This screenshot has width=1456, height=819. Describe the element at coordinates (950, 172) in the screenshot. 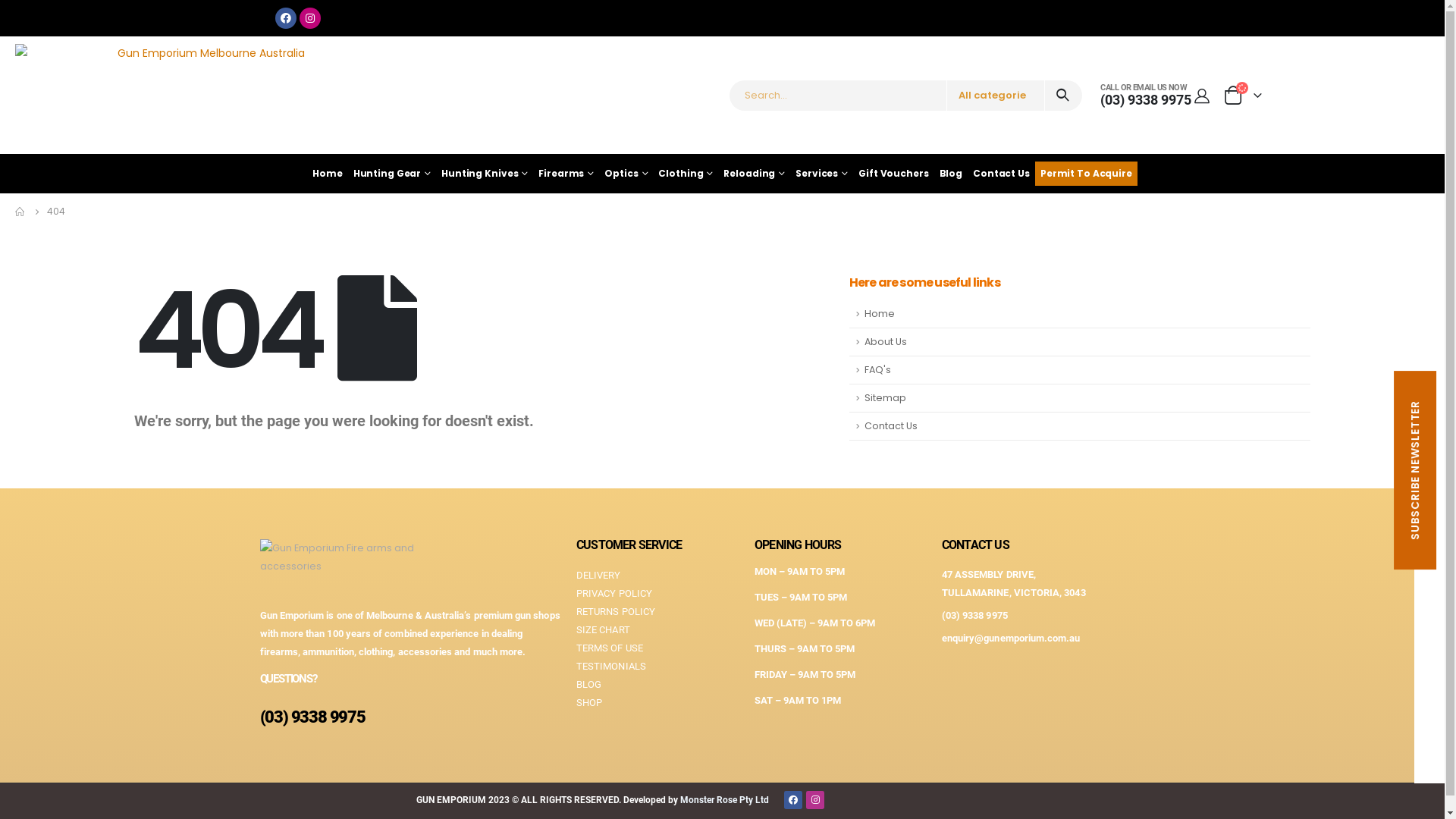

I see `'Blog'` at that location.